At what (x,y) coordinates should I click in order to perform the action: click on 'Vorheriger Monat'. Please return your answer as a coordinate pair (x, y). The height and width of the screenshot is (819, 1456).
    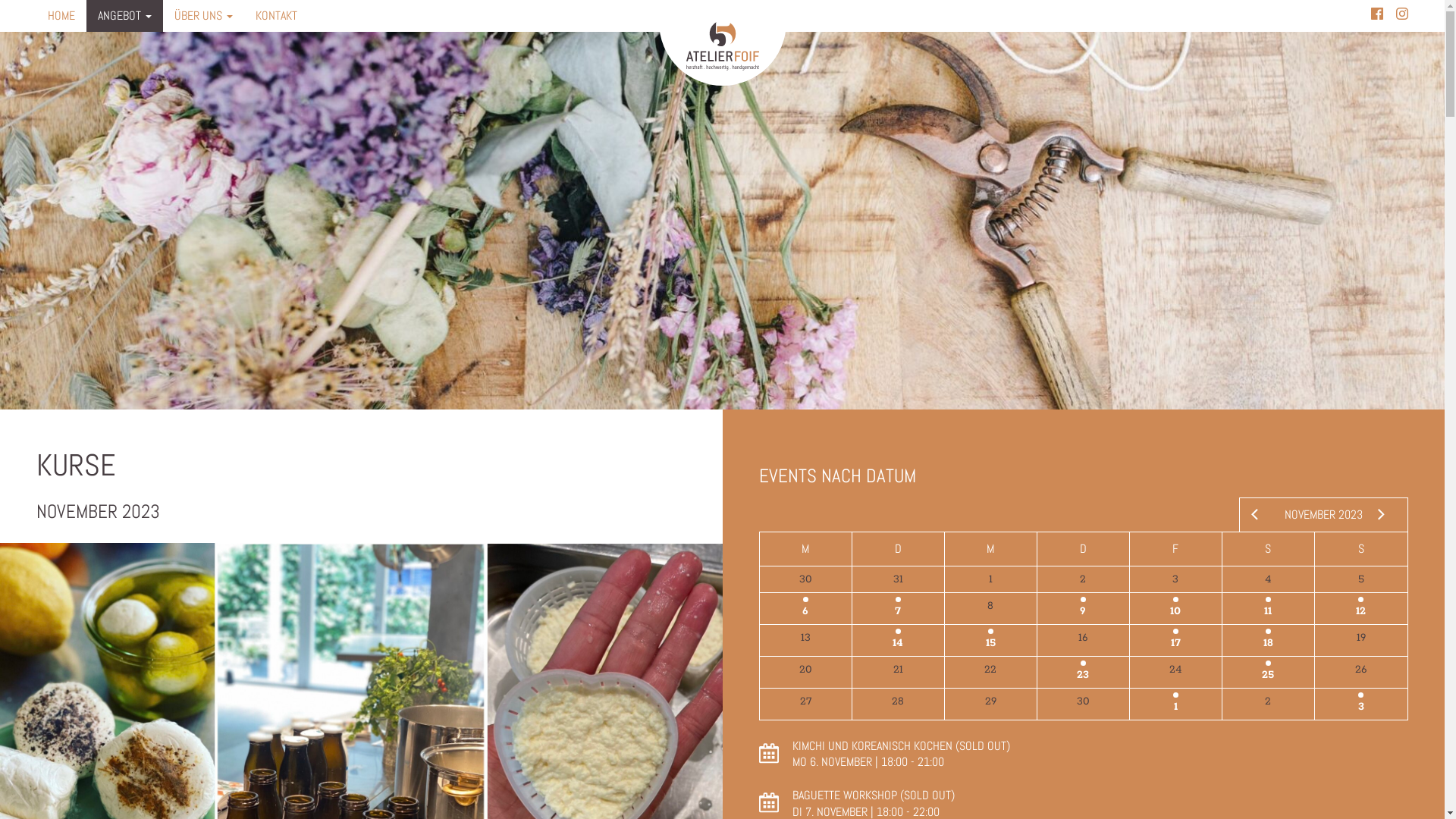
    Looking at the image, I should click on (1248, 513).